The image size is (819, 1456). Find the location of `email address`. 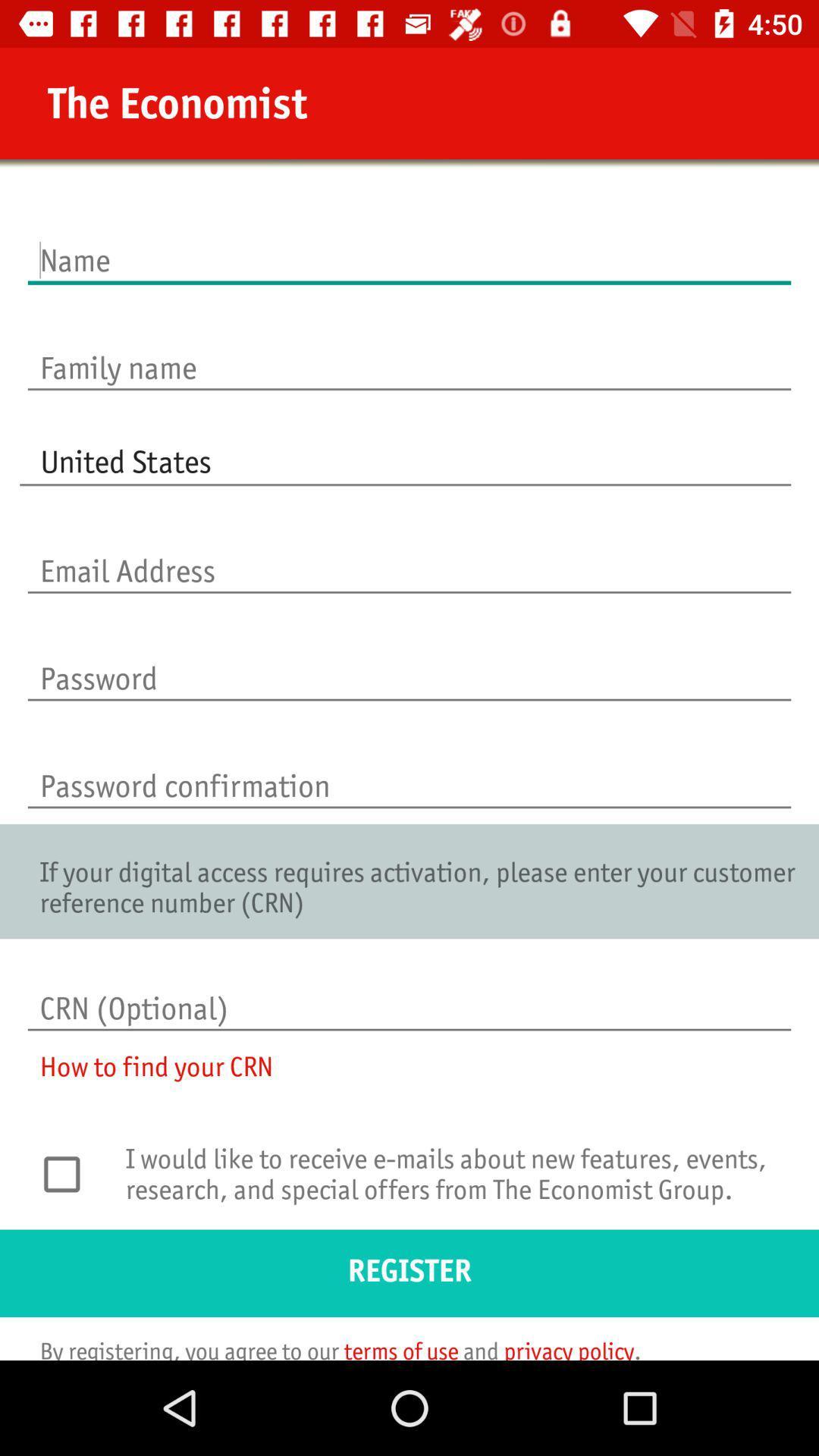

email address is located at coordinates (409, 554).